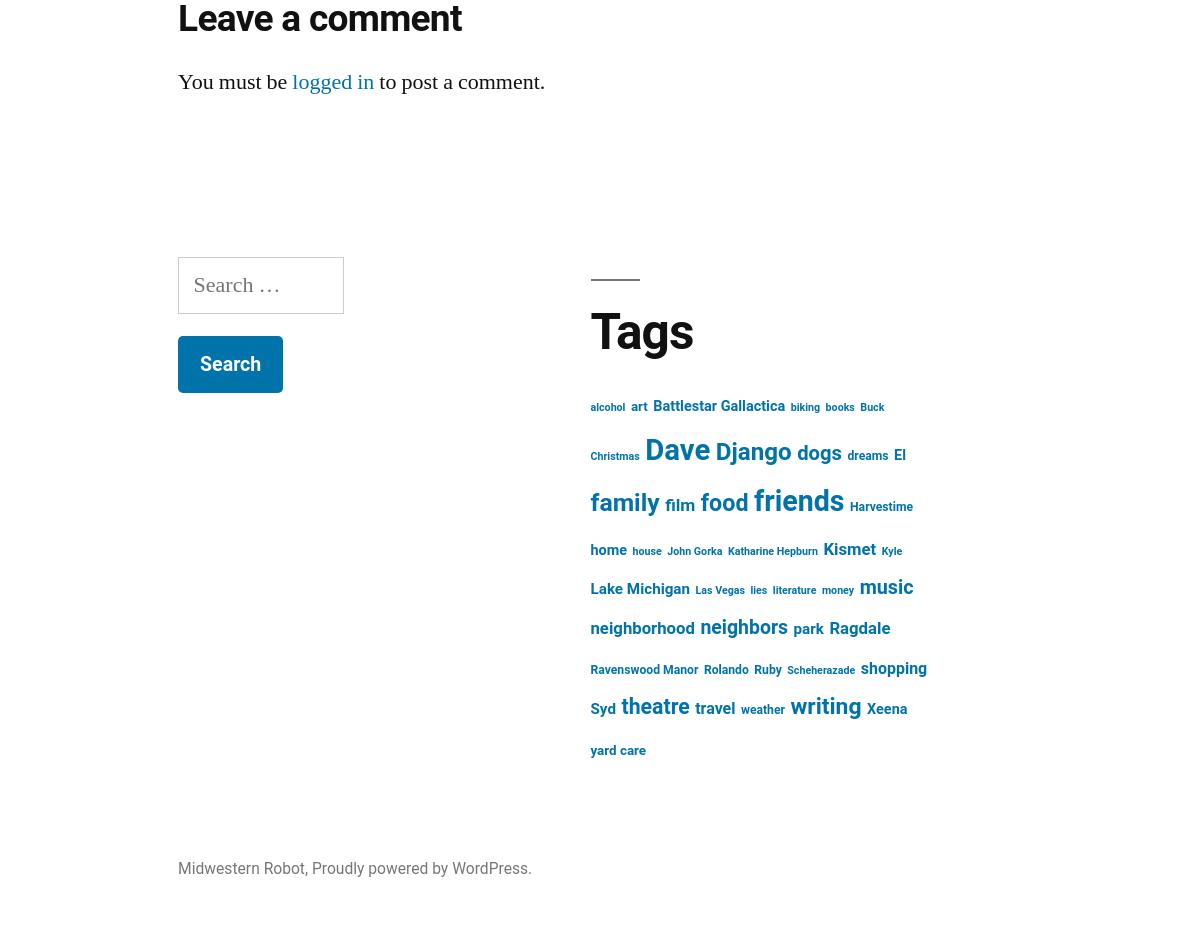  I want to click on 'literature', so click(792, 590).